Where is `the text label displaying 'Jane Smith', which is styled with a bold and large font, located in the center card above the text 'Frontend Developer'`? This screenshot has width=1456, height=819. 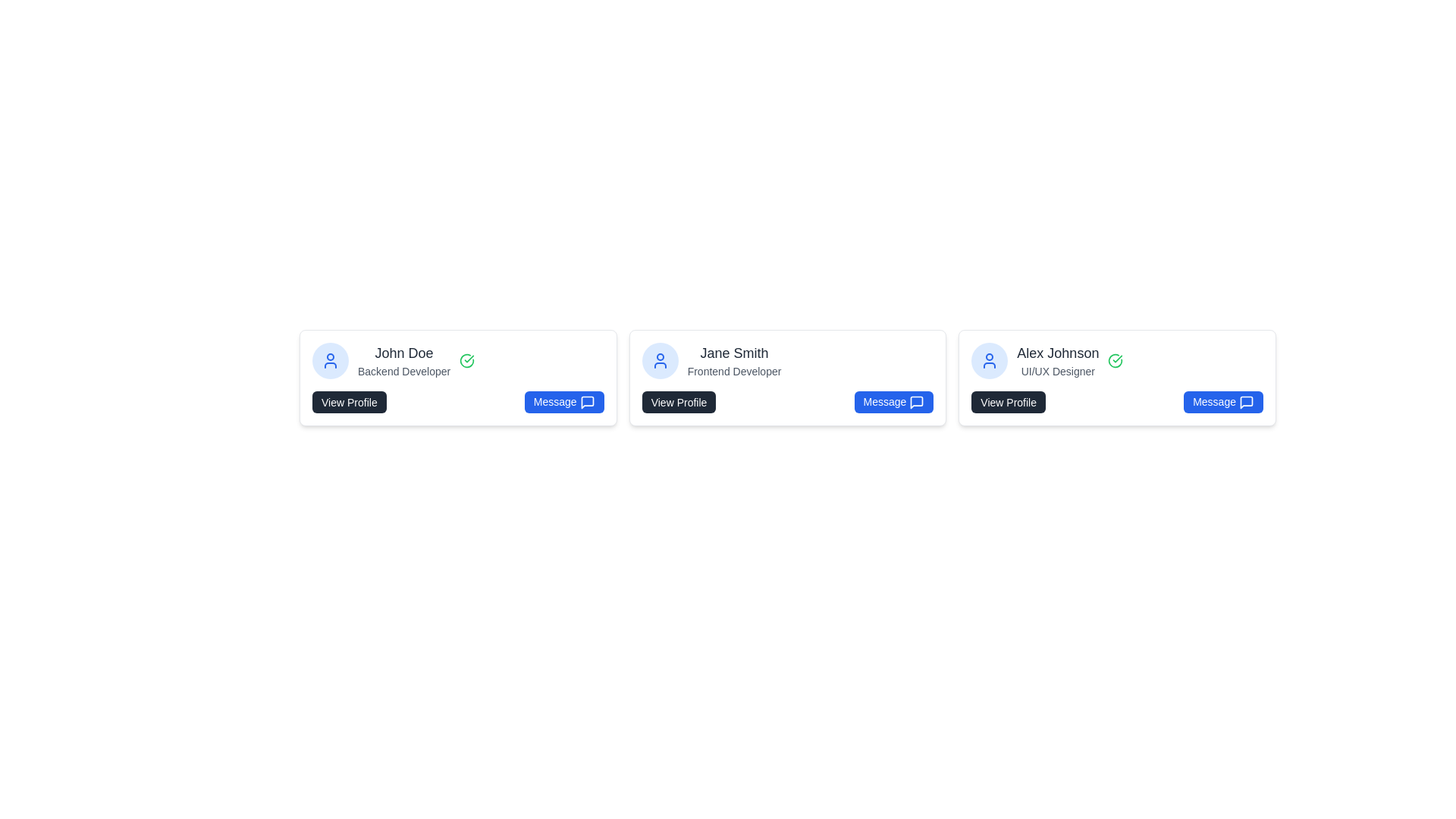
the text label displaying 'Jane Smith', which is styled with a bold and large font, located in the center card above the text 'Frontend Developer' is located at coordinates (734, 353).